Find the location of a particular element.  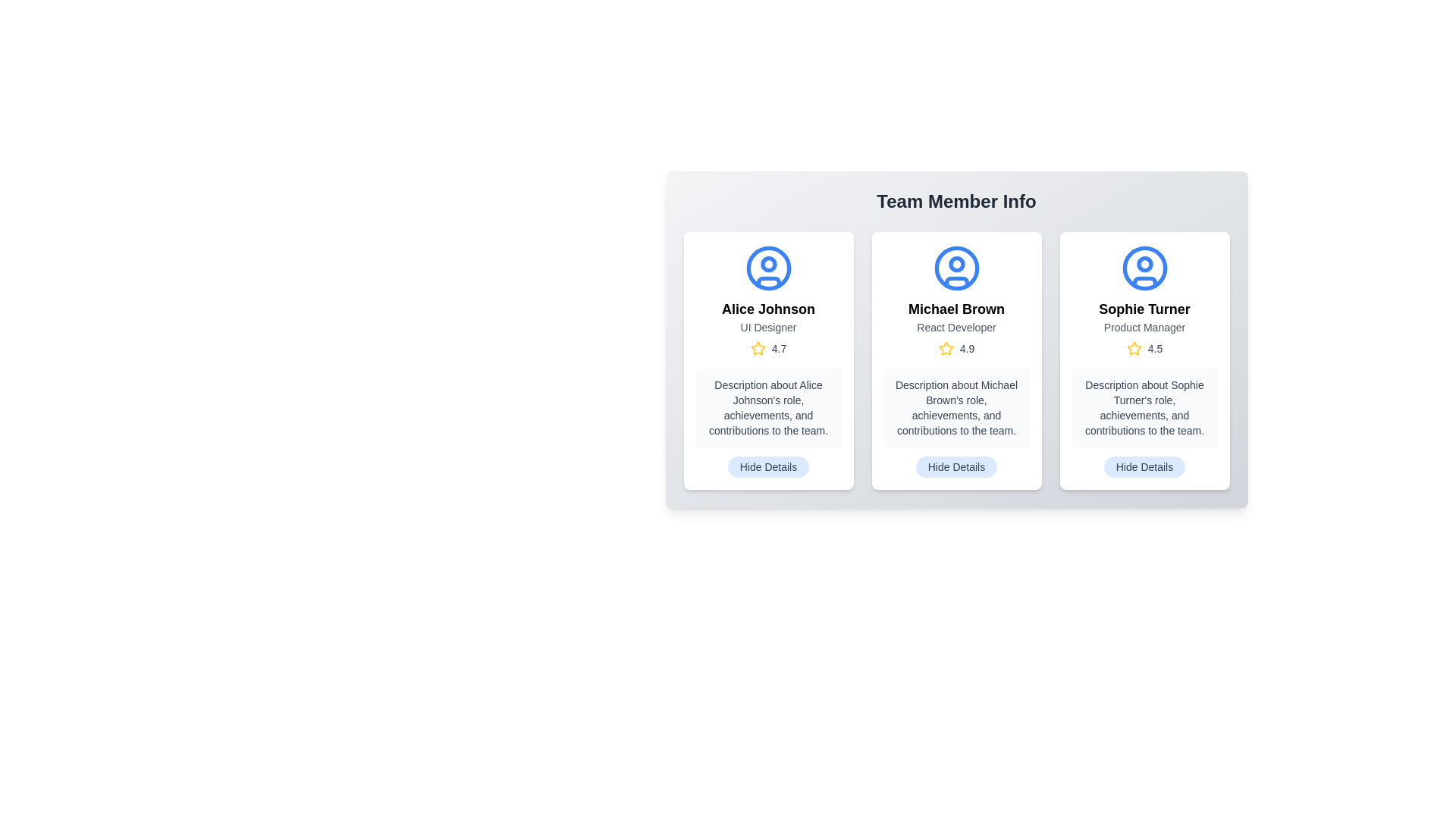

the outermost circular part of the user icon representing Alice Johnson in the Team Member Info section is located at coordinates (768, 268).